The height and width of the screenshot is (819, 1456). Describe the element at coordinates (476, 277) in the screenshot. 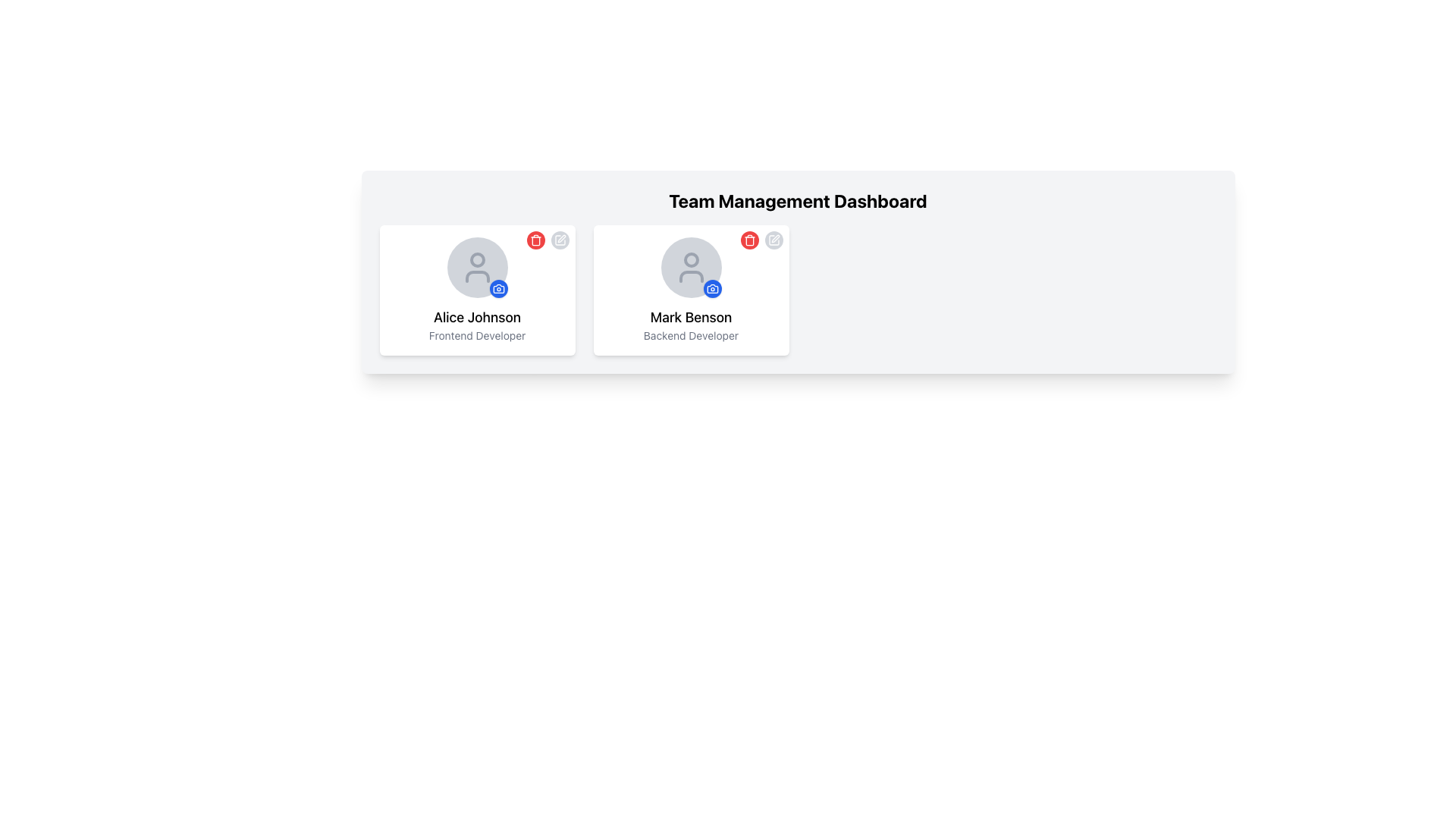

I see `the lower part of the generic person silhouette vector icon representing the torso in the avatar section of Alice Johnson's user card` at that location.